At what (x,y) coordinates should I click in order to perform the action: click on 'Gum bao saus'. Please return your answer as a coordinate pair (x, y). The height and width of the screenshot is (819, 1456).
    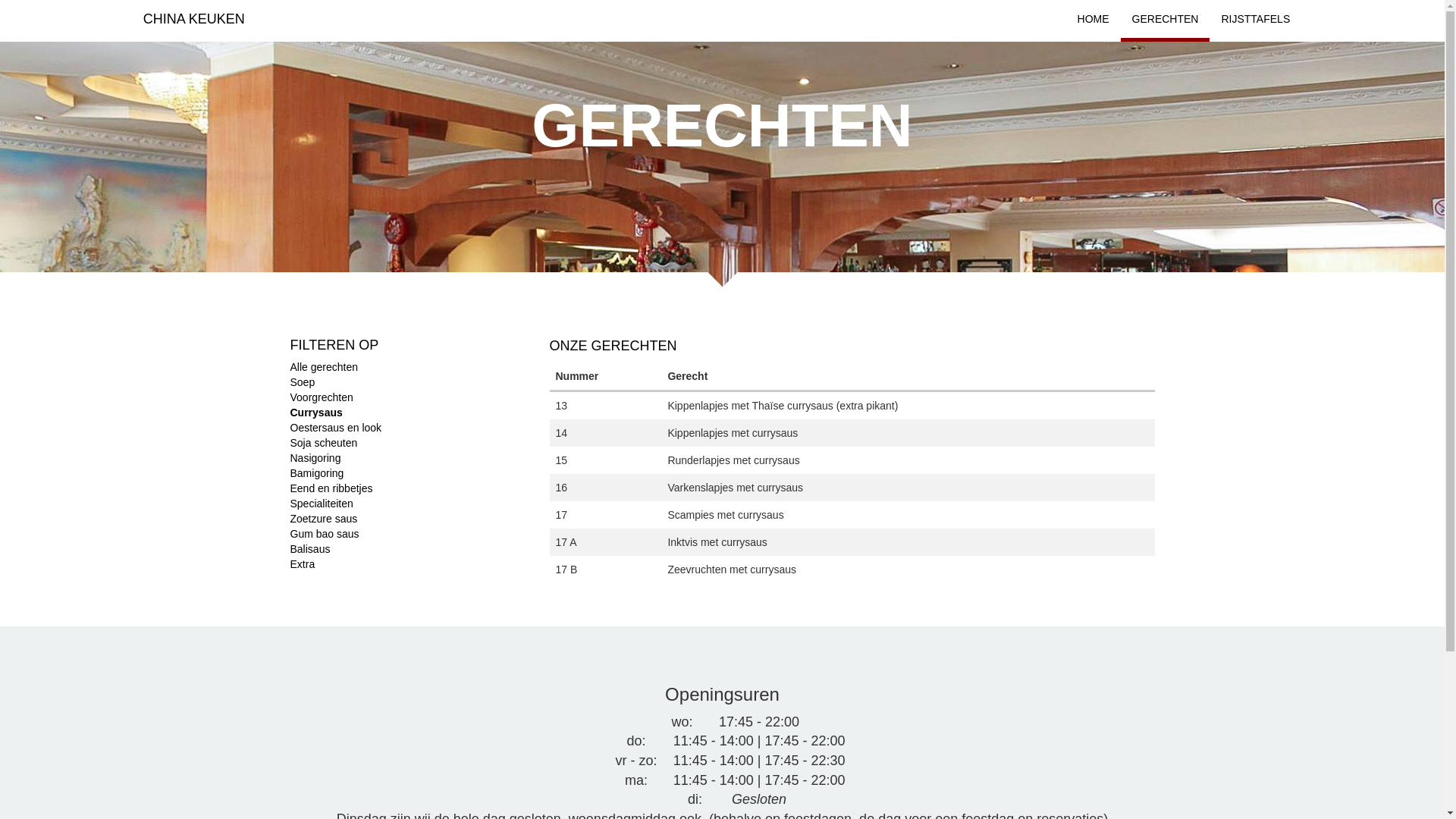
    Looking at the image, I should click on (323, 533).